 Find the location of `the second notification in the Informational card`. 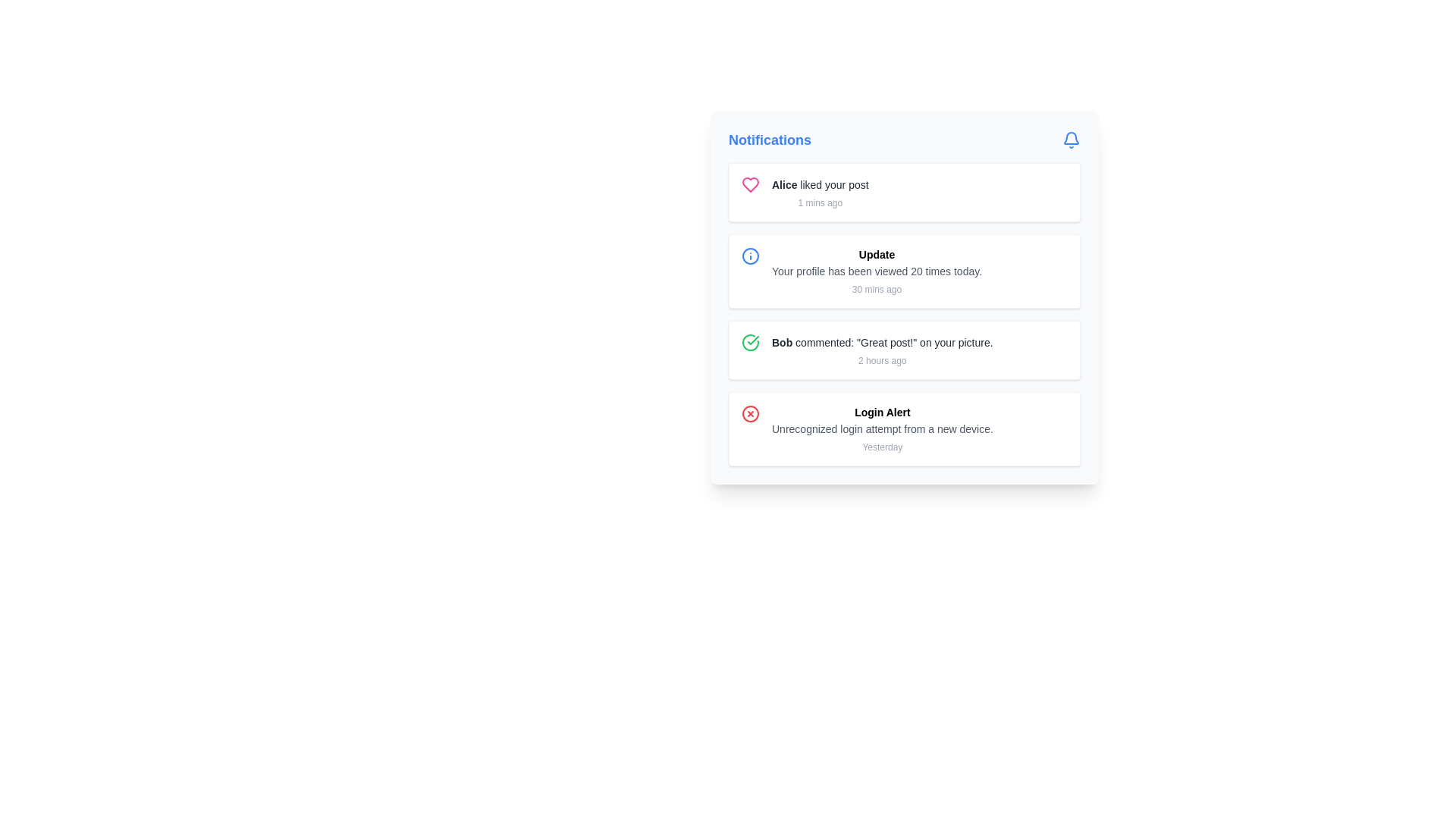

the second notification in the Informational card is located at coordinates (905, 298).